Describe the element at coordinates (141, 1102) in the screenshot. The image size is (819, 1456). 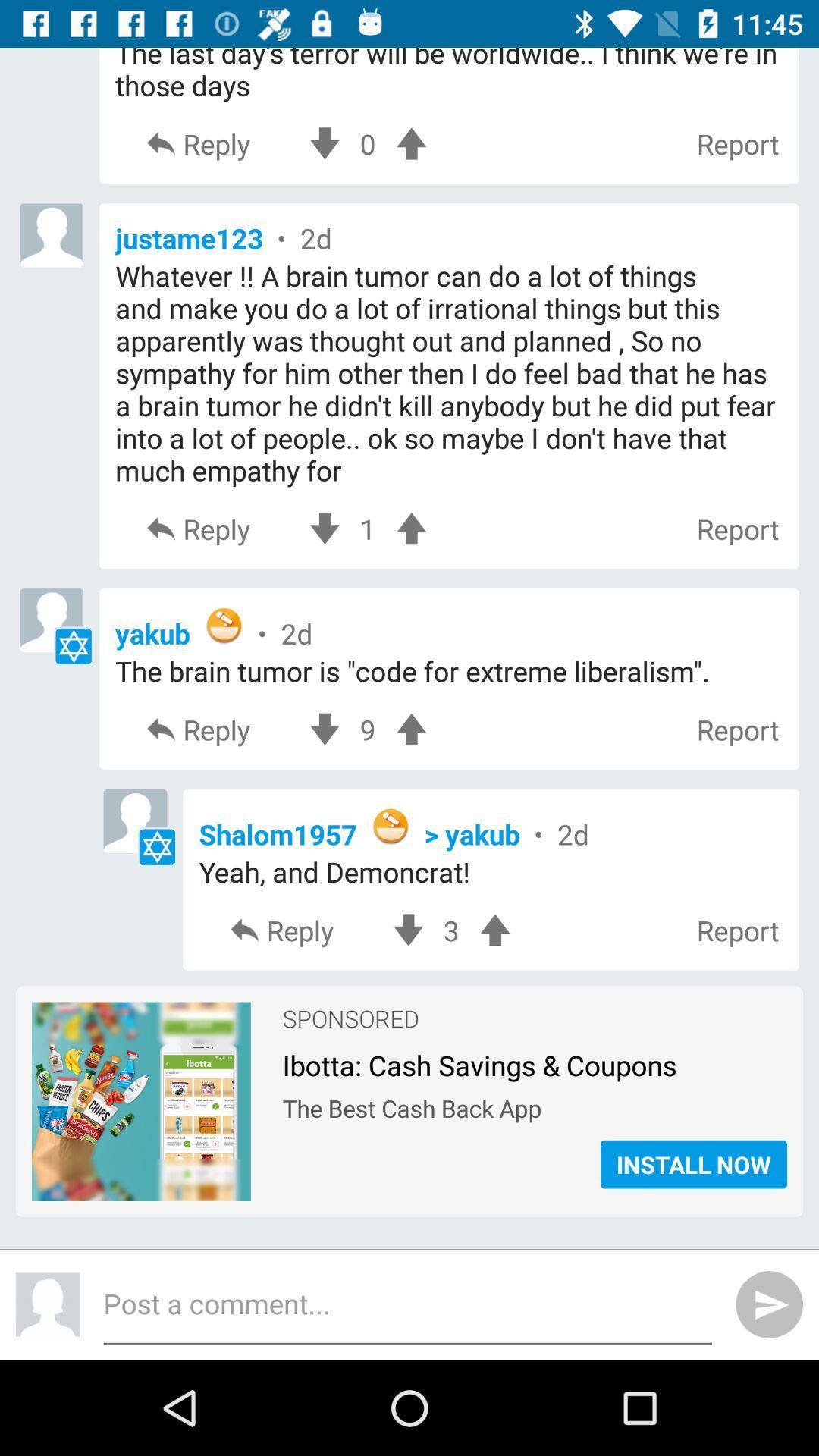
I see `the icon next to the sponsored` at that location.